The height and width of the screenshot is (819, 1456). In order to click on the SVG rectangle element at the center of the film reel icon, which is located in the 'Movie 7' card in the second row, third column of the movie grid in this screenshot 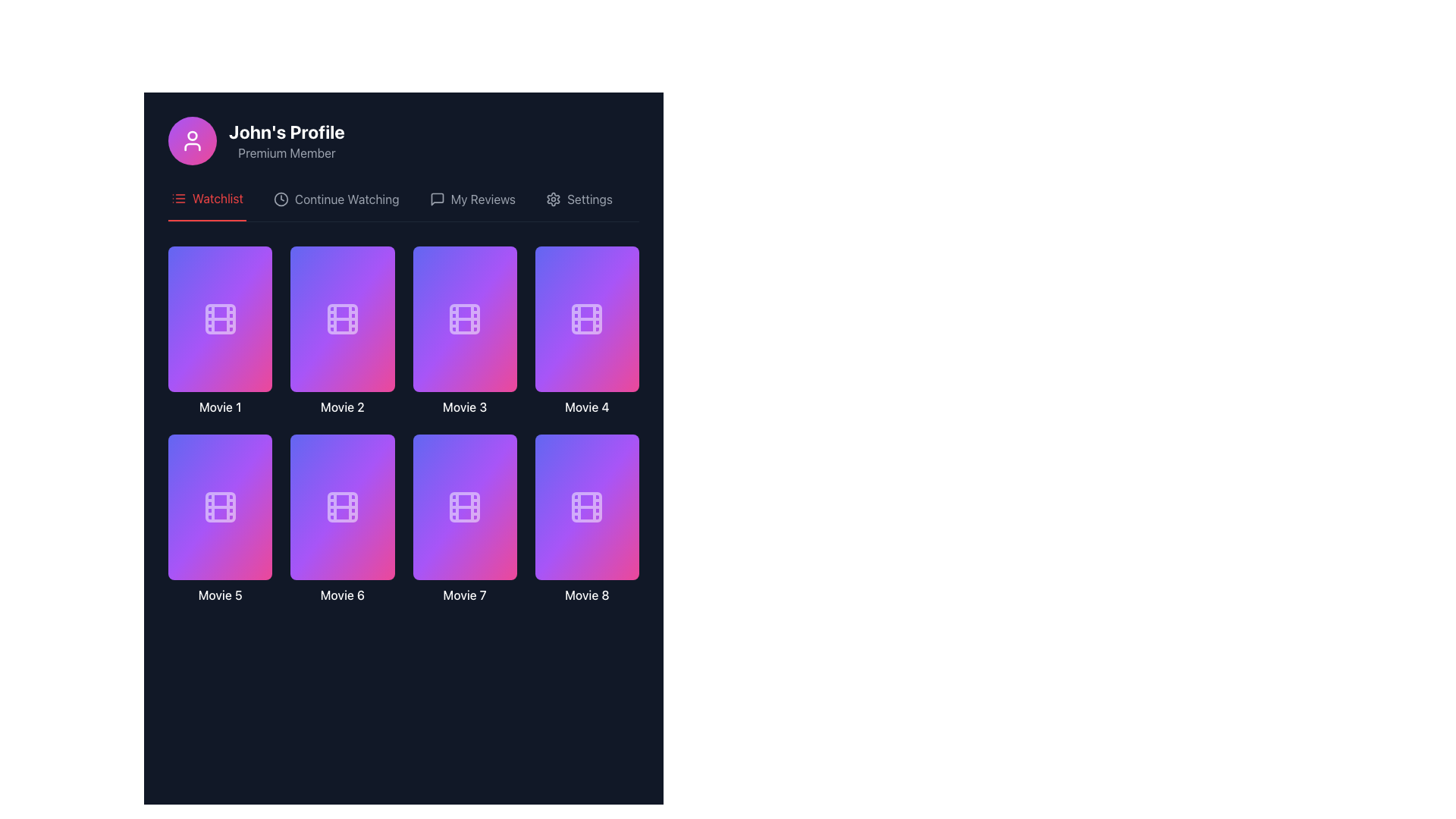, I will do `click(464, 507)`.